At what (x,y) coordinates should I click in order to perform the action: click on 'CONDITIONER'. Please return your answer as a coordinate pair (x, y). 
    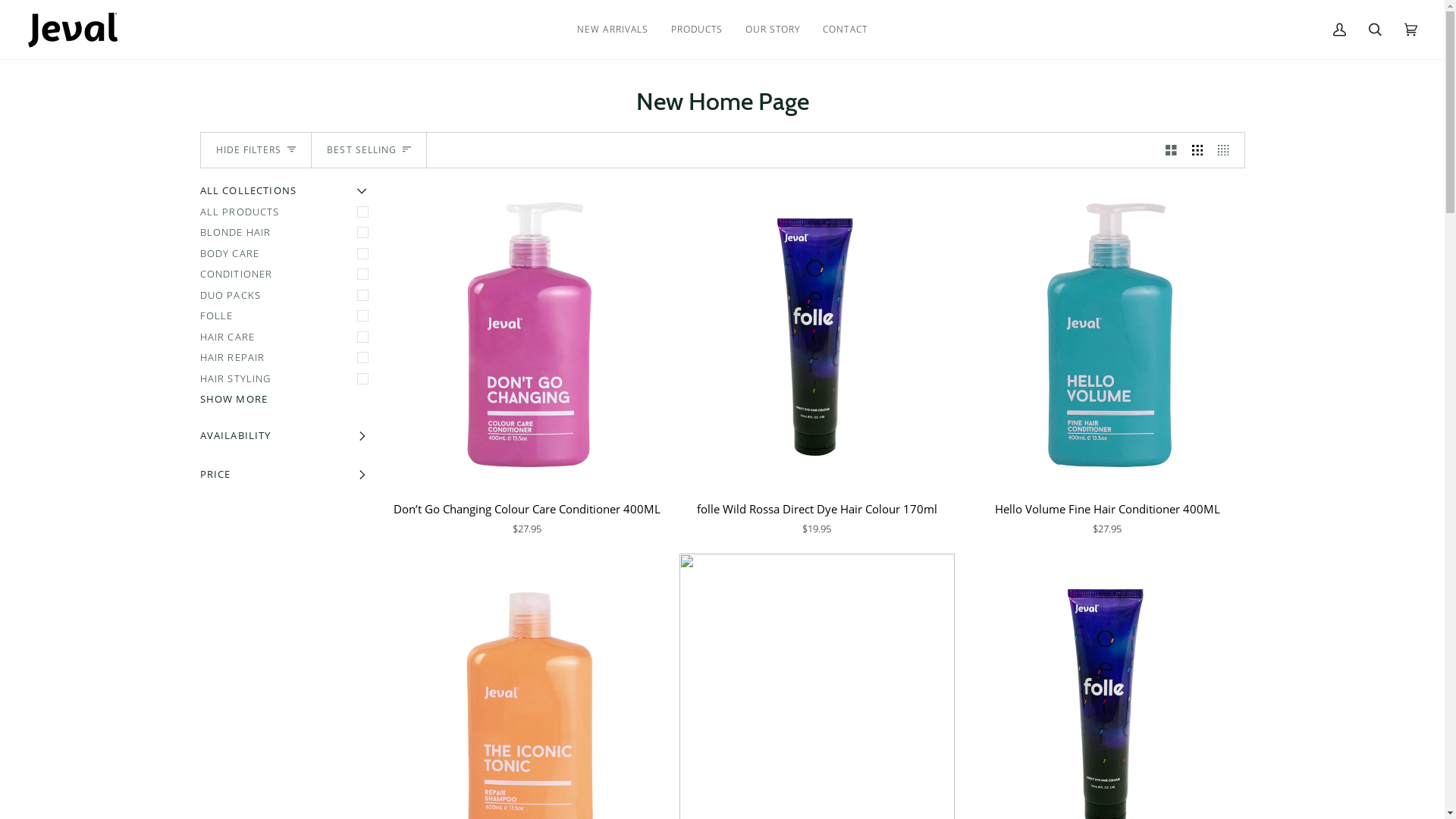
    Looking at the image, I should click on (287, 275).